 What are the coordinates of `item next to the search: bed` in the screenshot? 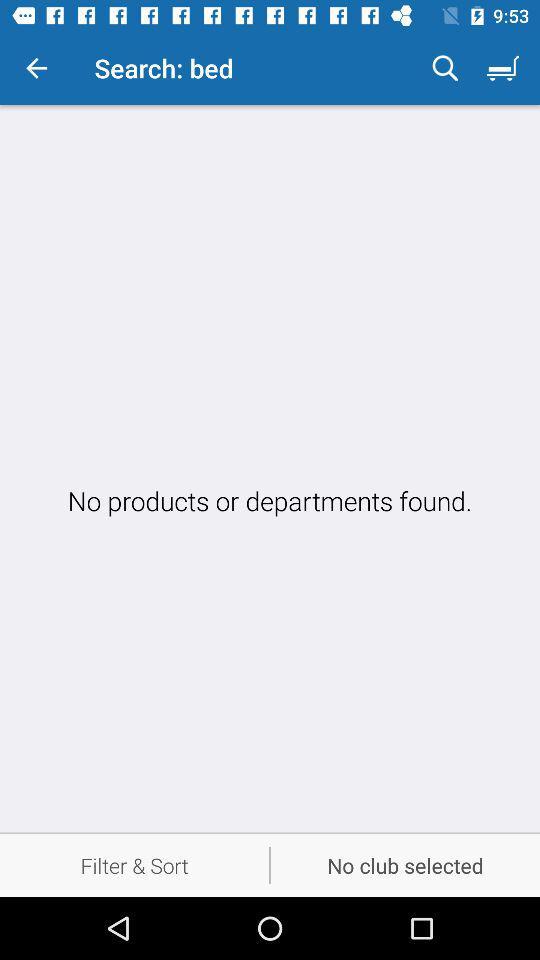 It's located at (445, 68).